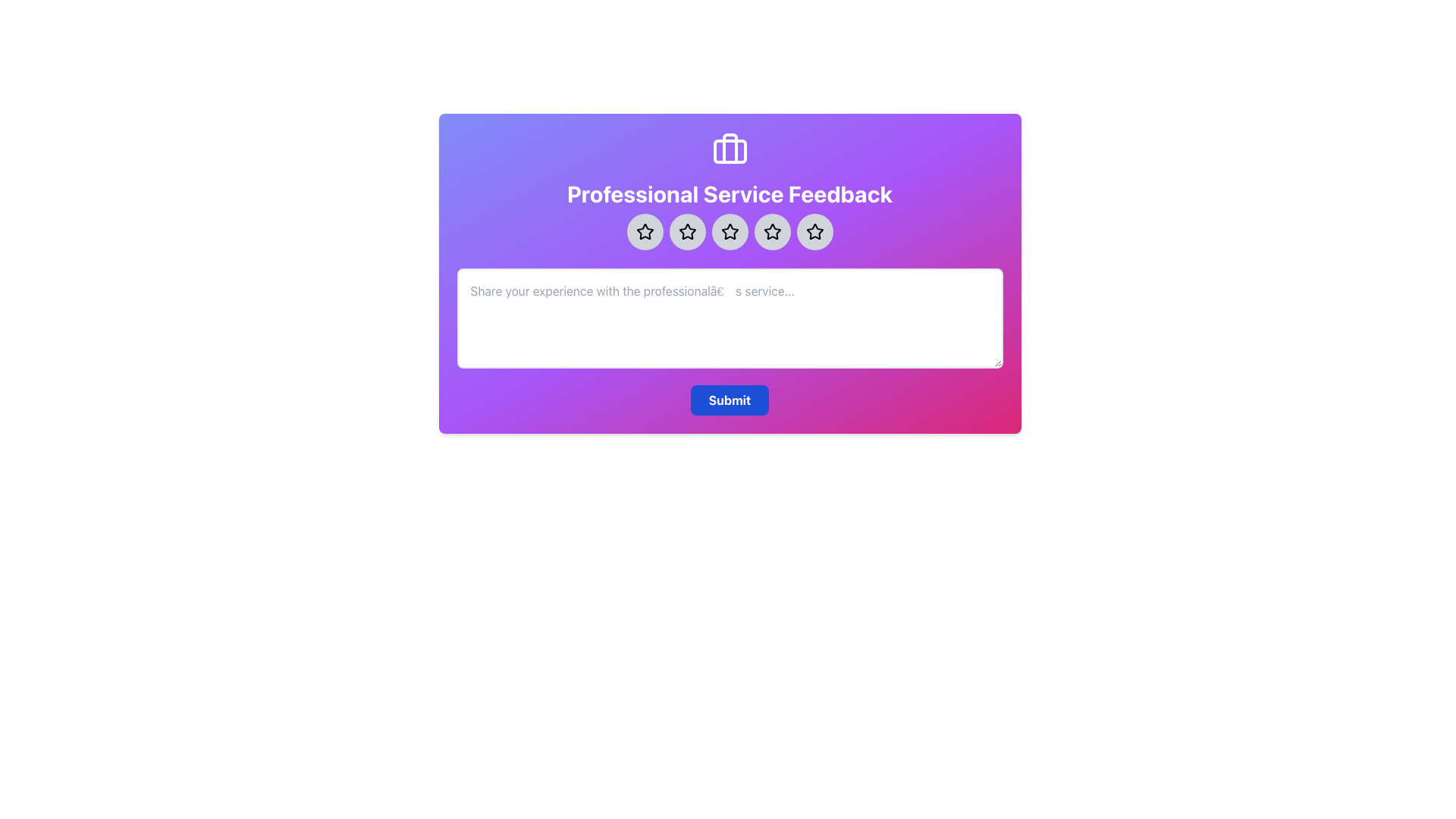 The height and width of the screenshot is (819, 1456). What do you see at coordinates (814, 231) in the screenshot?
I see `the fifth star-shaped button in the rating selection for the highest rating of 5 stars in the feedback form` at bounding box center [814, 231].